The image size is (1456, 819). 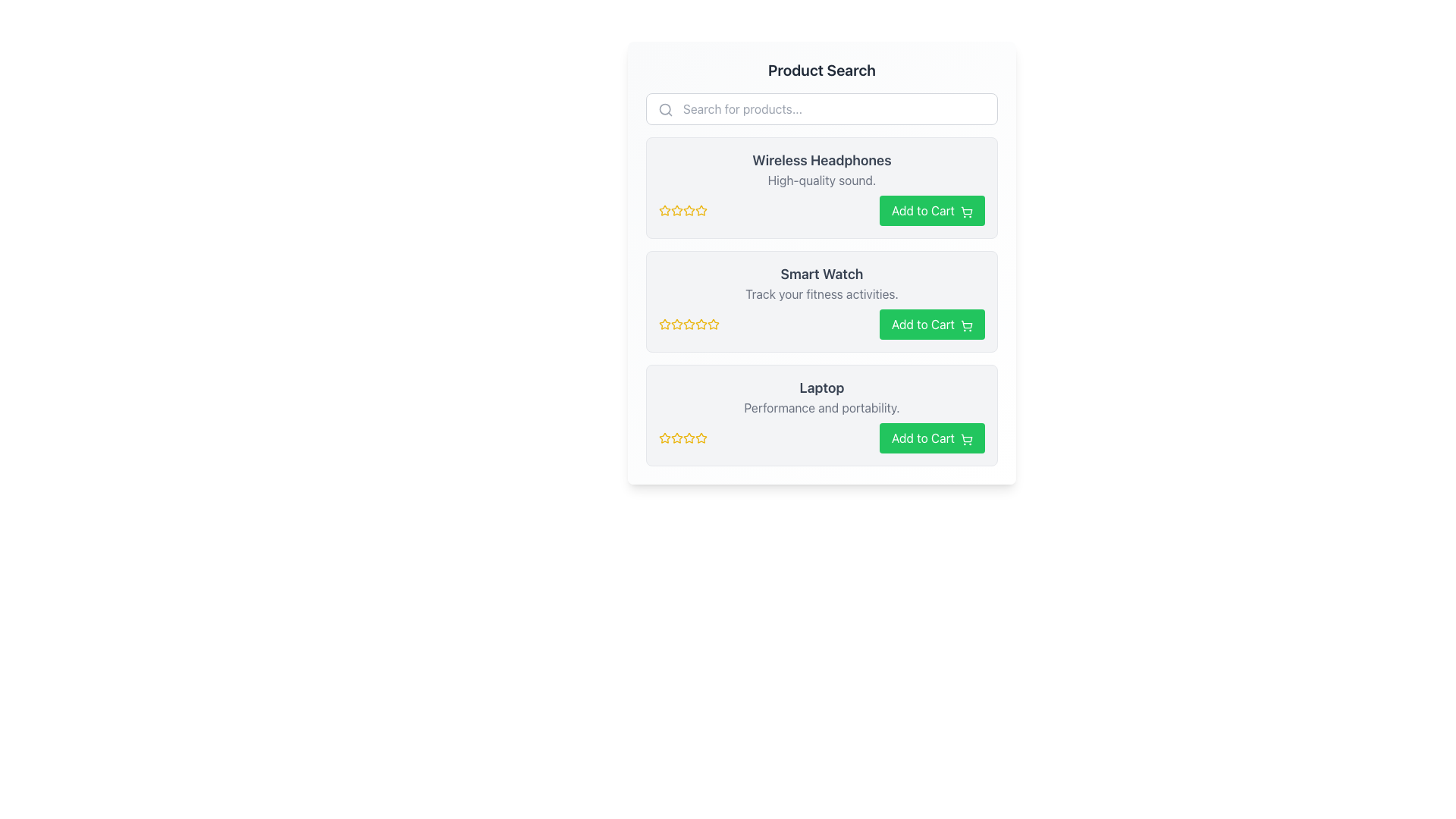 I want to click on the second star in the rating area for the 'Laptop' product, so click(x=676, y=438).